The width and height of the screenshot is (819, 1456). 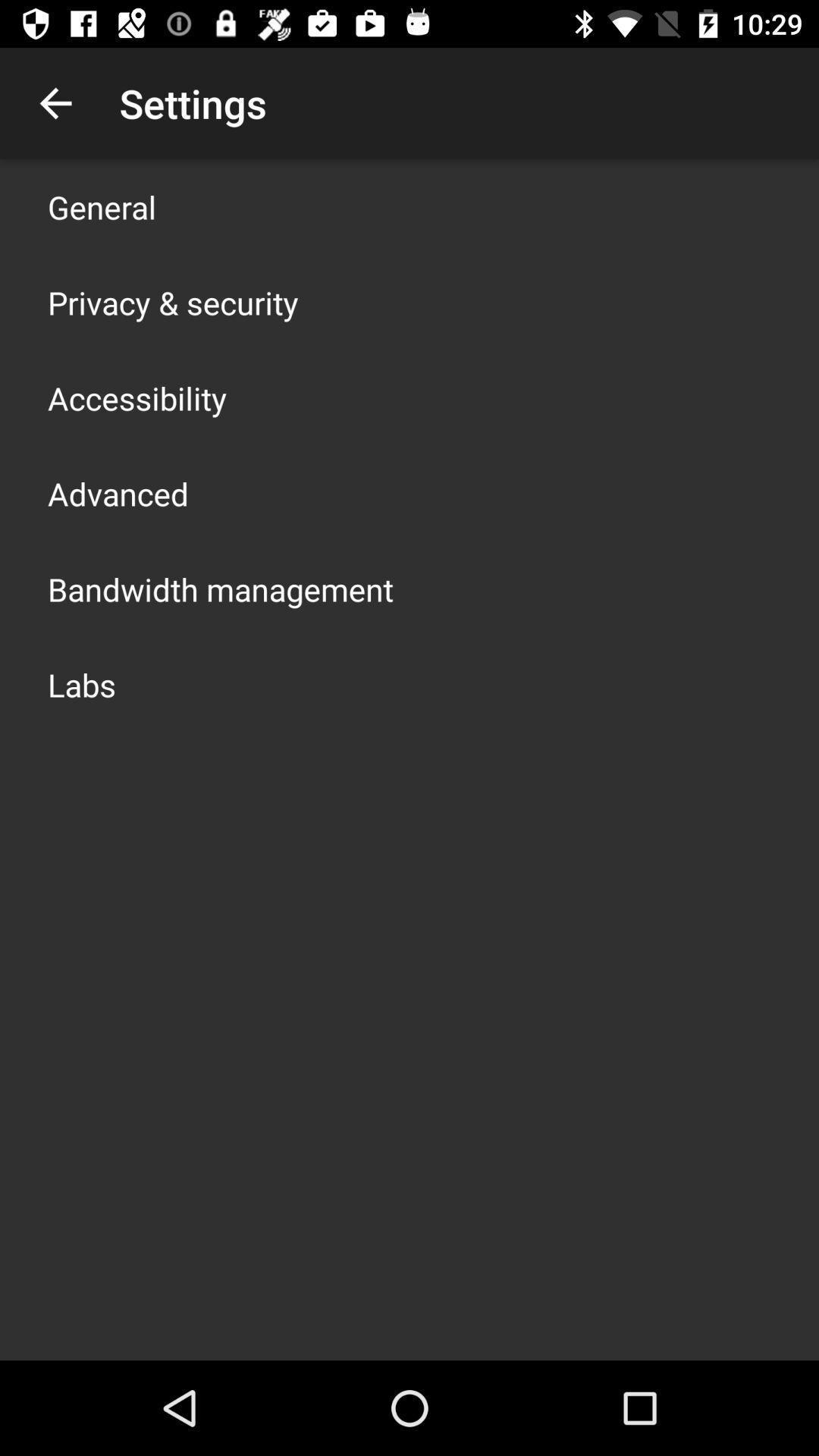 I want to click on the app next to the settings item, so click(x=55, y=102).